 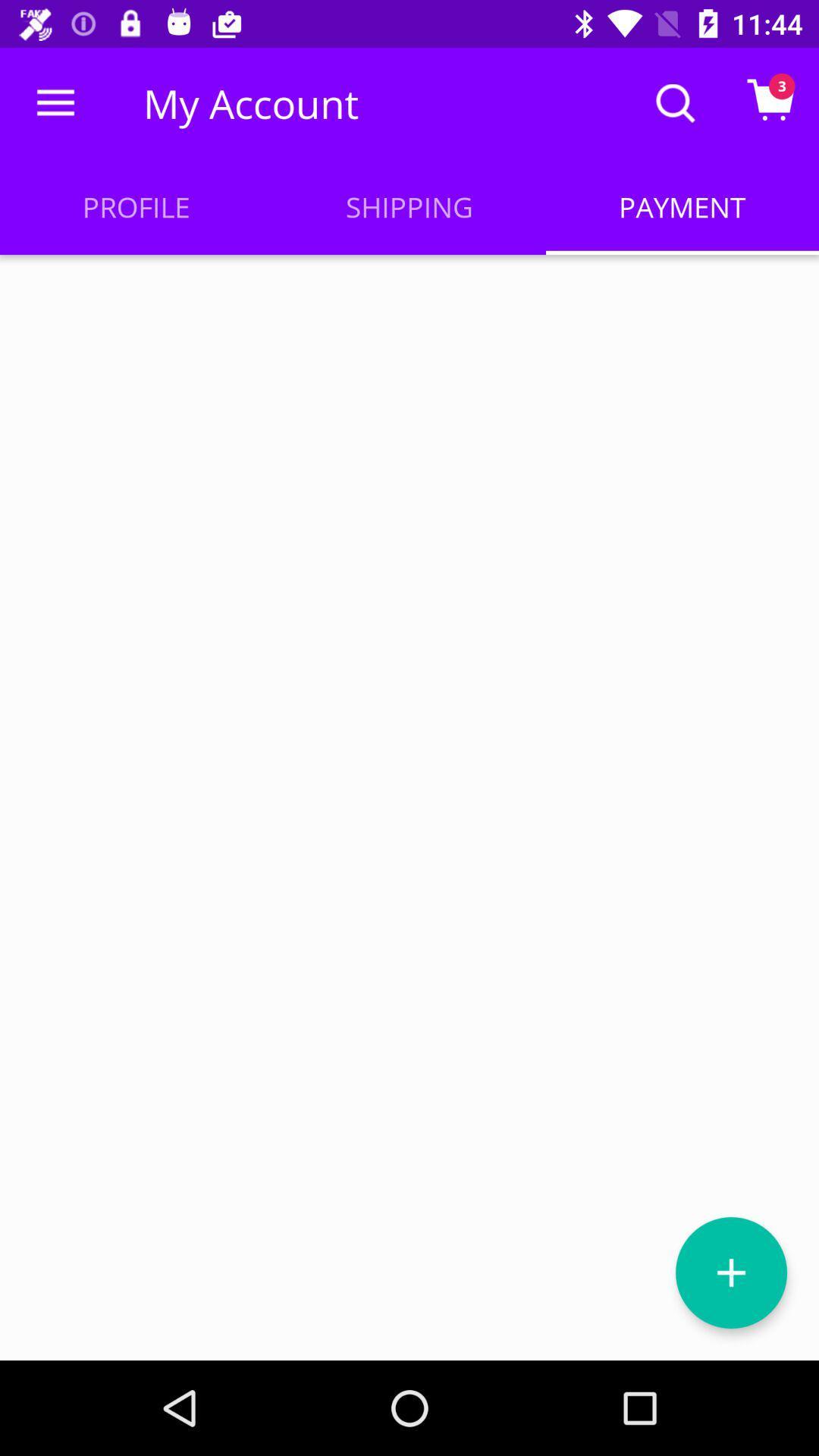 What do you see at coordinates (730, 1272) in the screenshot?
I see `new item` at bounding box center [730, 1272].